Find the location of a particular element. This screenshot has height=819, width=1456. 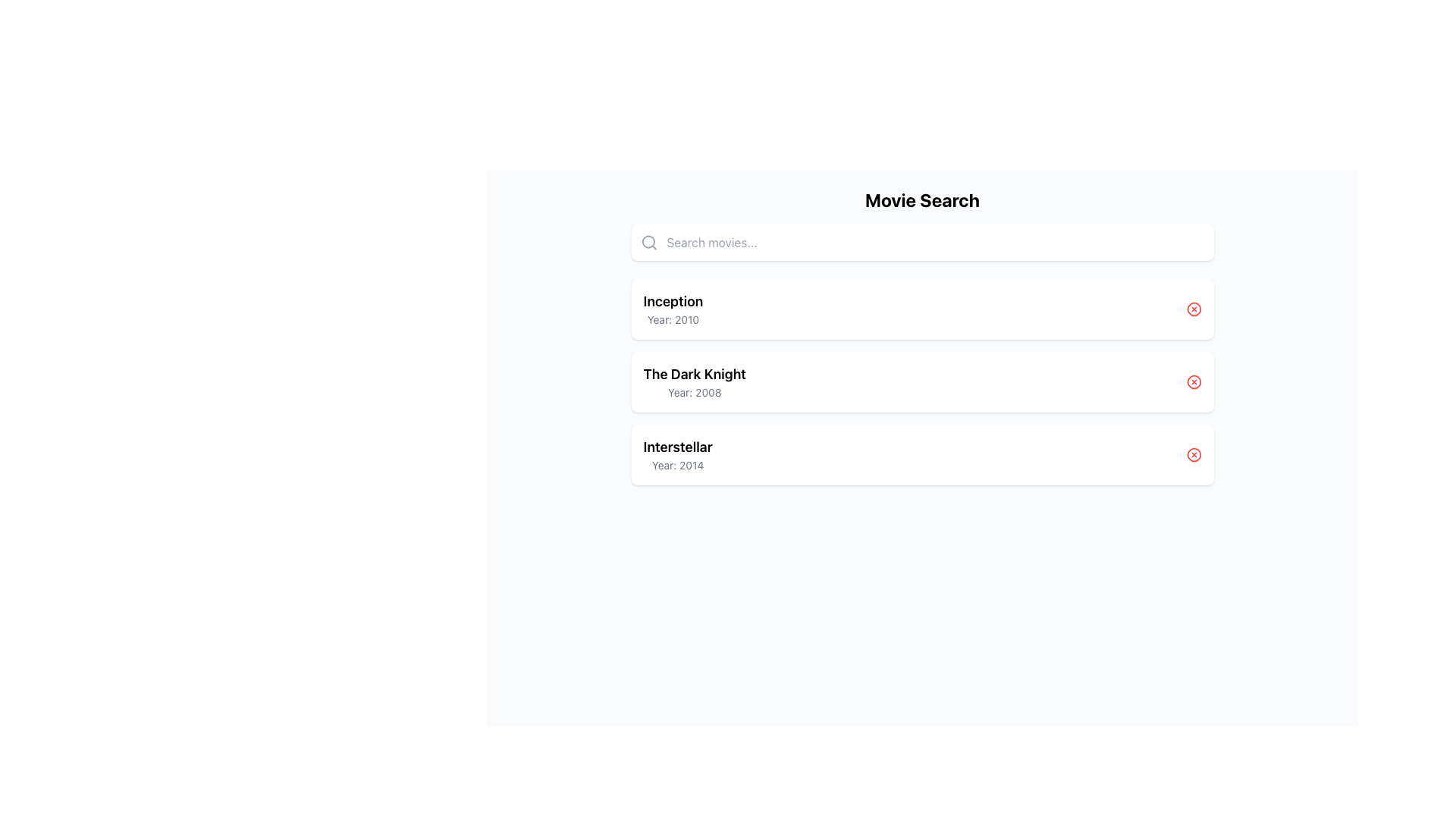

the Text label displaying the release year (2014) of the movie 'Interstellar', which is located beneath the main title in the third movie entry of the vertical list is located at coordinates (677, 464).